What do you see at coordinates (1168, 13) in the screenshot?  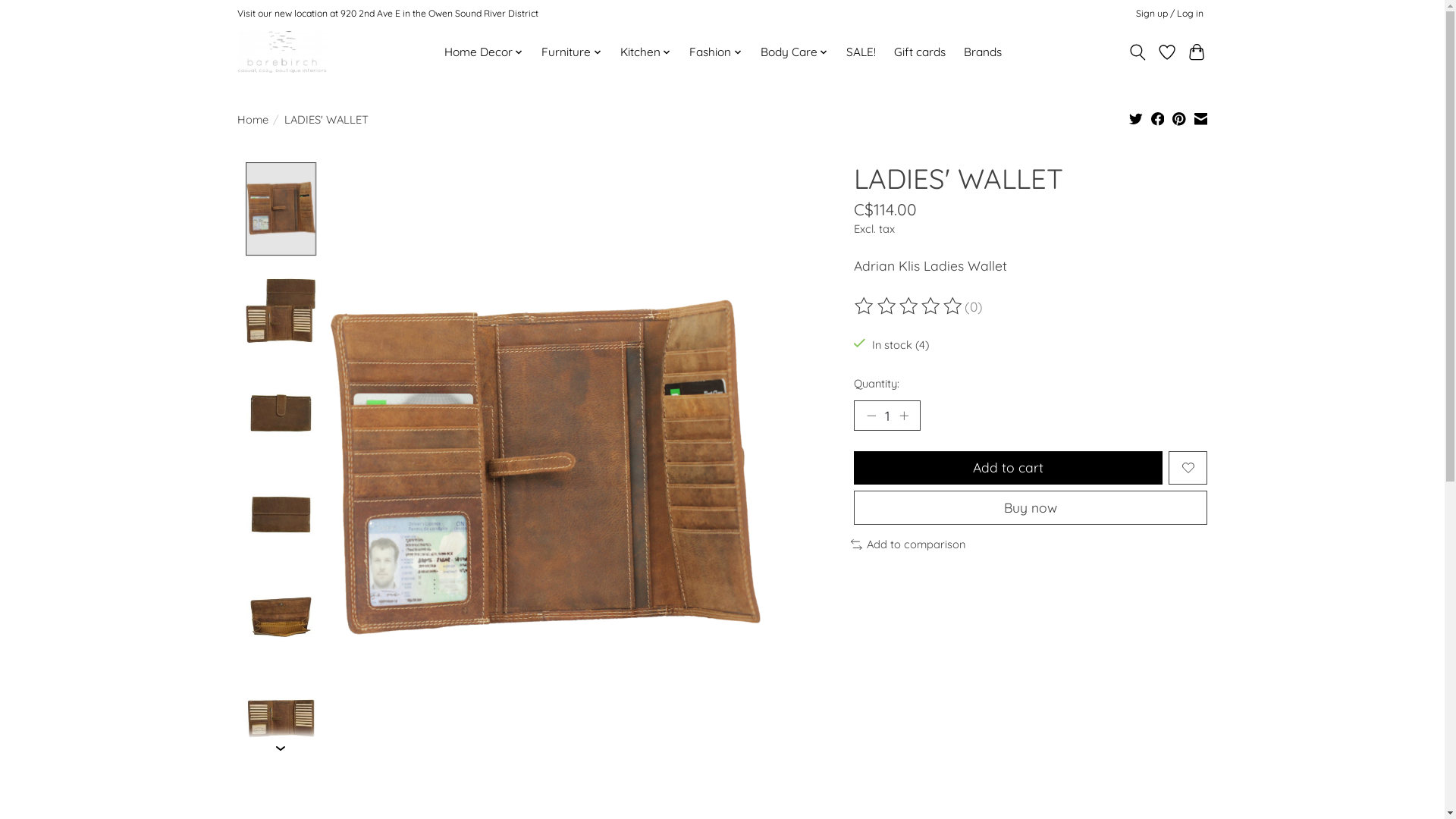 I see `'Sign up / Log in'` at bounding box center [1168, 13].